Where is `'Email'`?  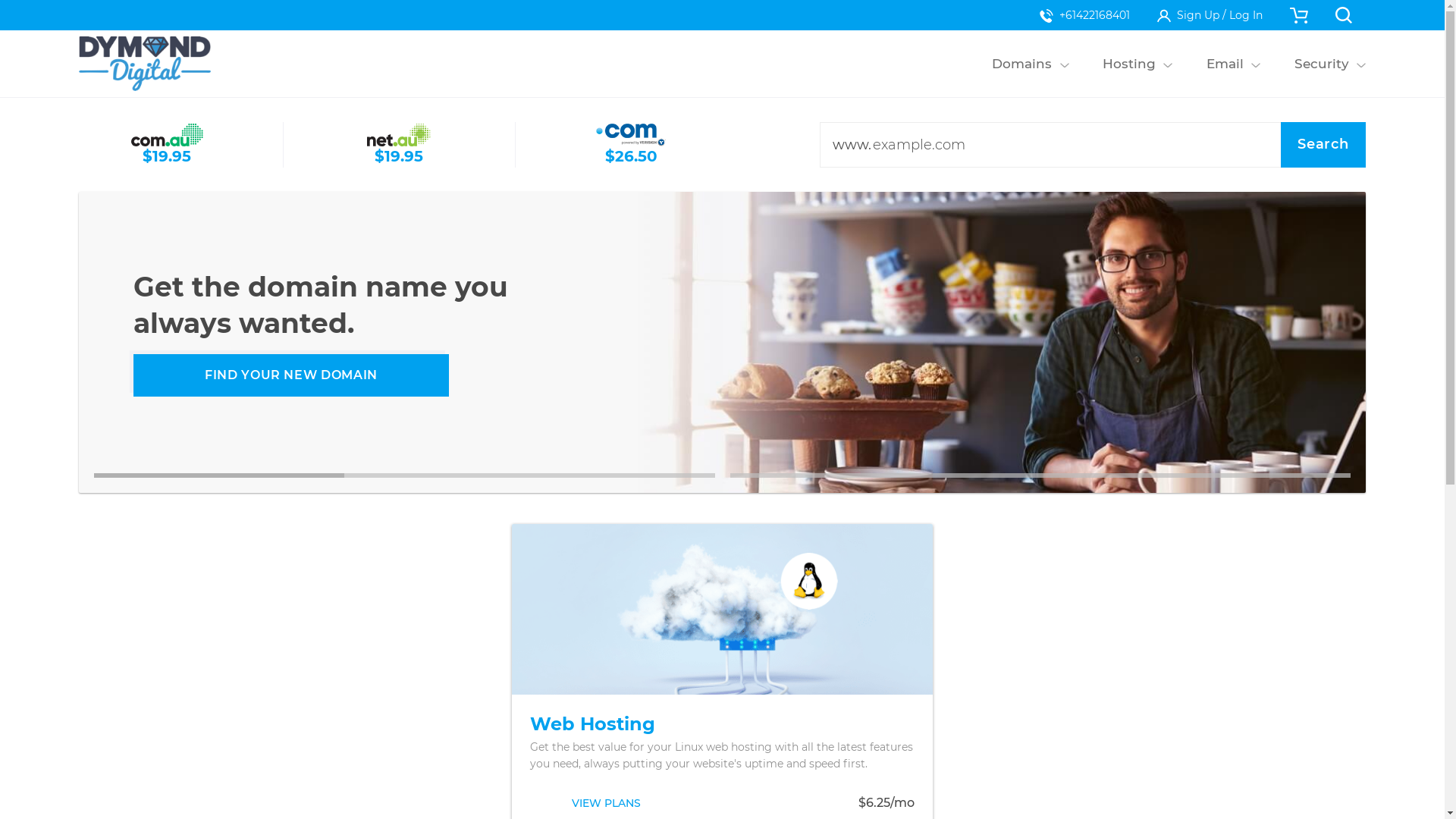
'Email' is located at coordinates (1224, 63).